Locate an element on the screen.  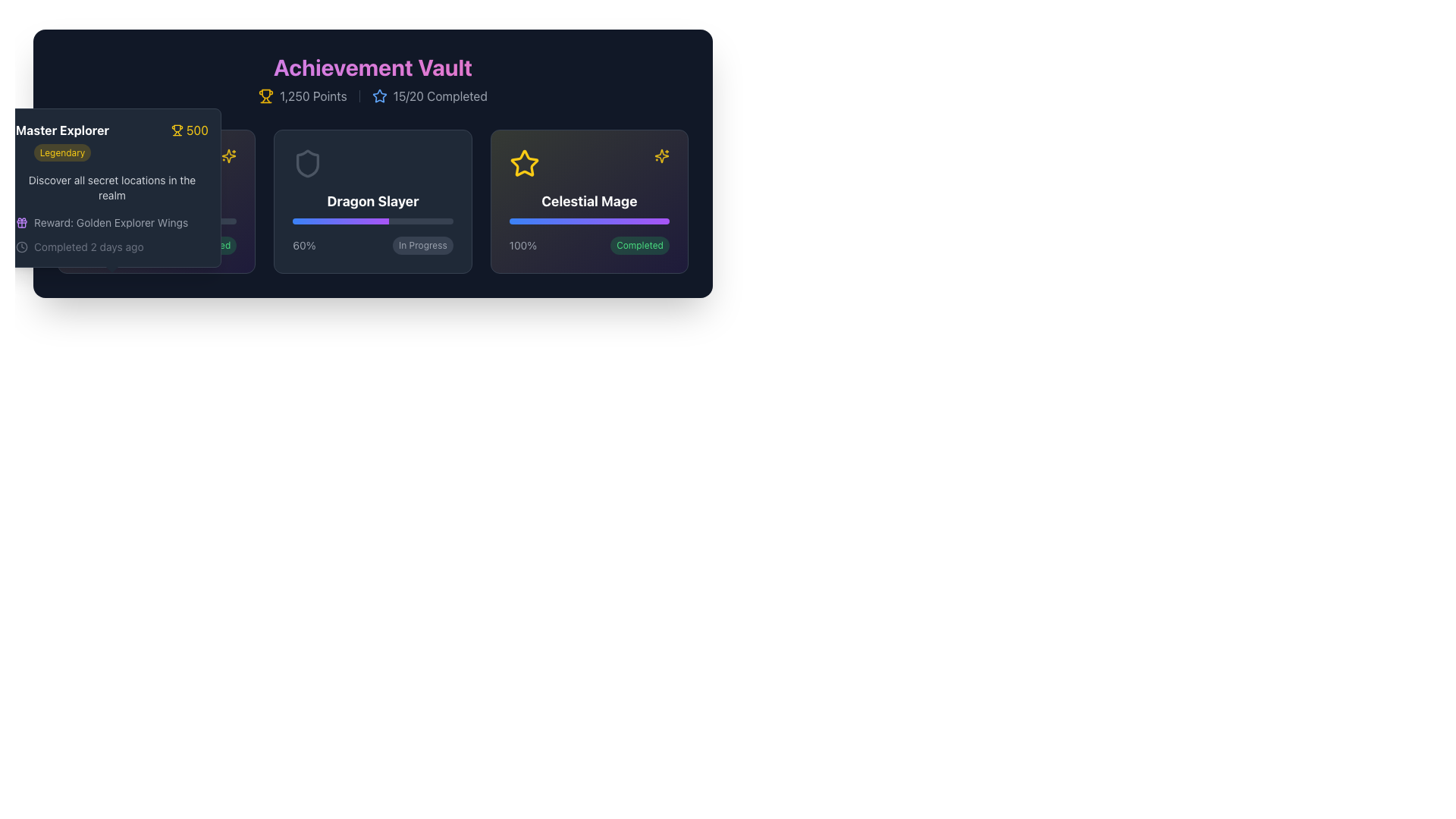
the Text Block that provides a concise description of the task or achievement objective related to the goal shown in the card, located under 'Master Explorer' and above 'Reward: Golden Explorer Wings' is located at coordinates (111, 187).